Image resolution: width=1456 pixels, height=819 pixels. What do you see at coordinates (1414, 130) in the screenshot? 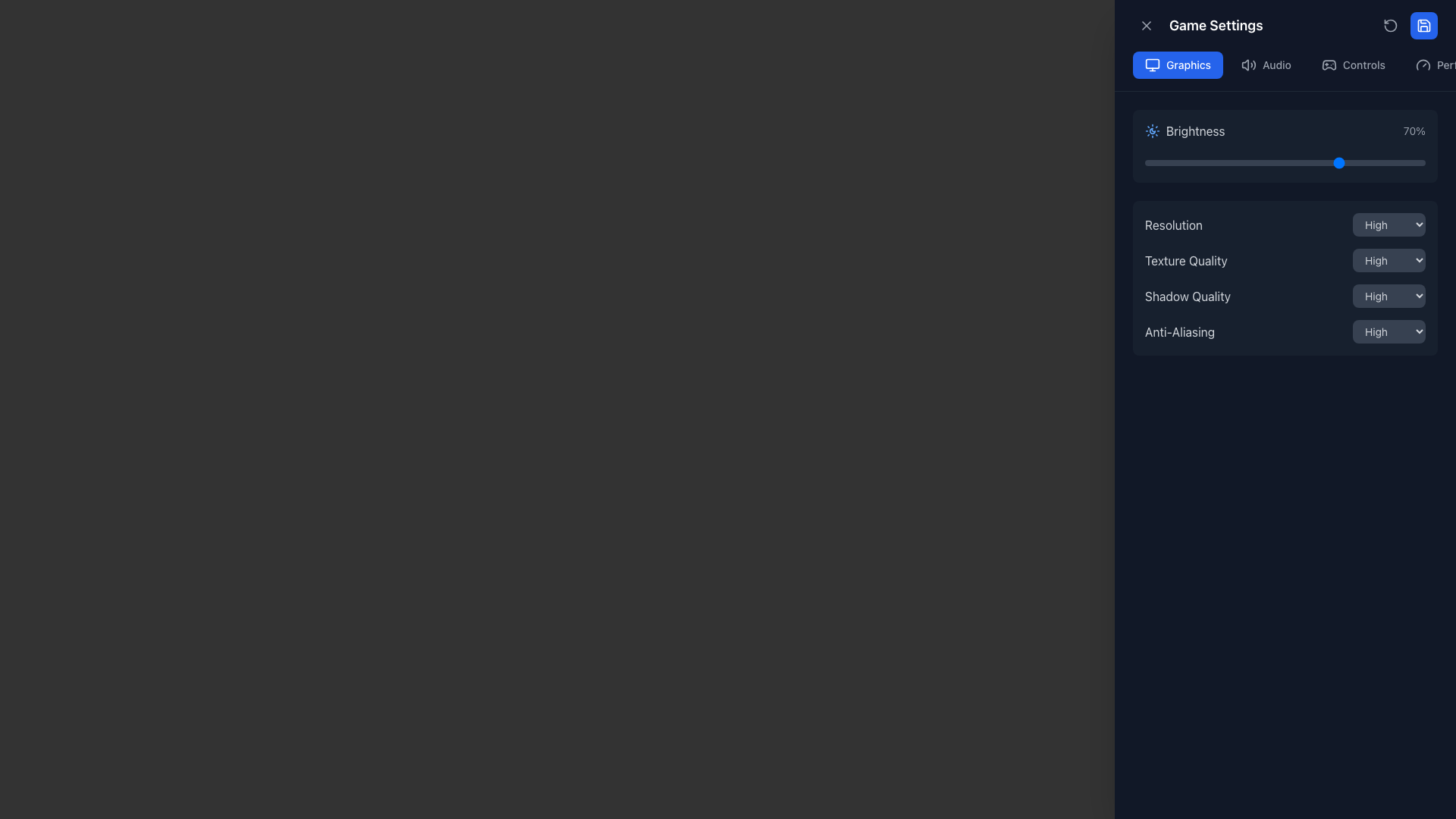
I see `the Text label that displays the current brightness level (70%) located at the top-right corner of the 'Brightness' control panel` at bounding box center [1414, 130].